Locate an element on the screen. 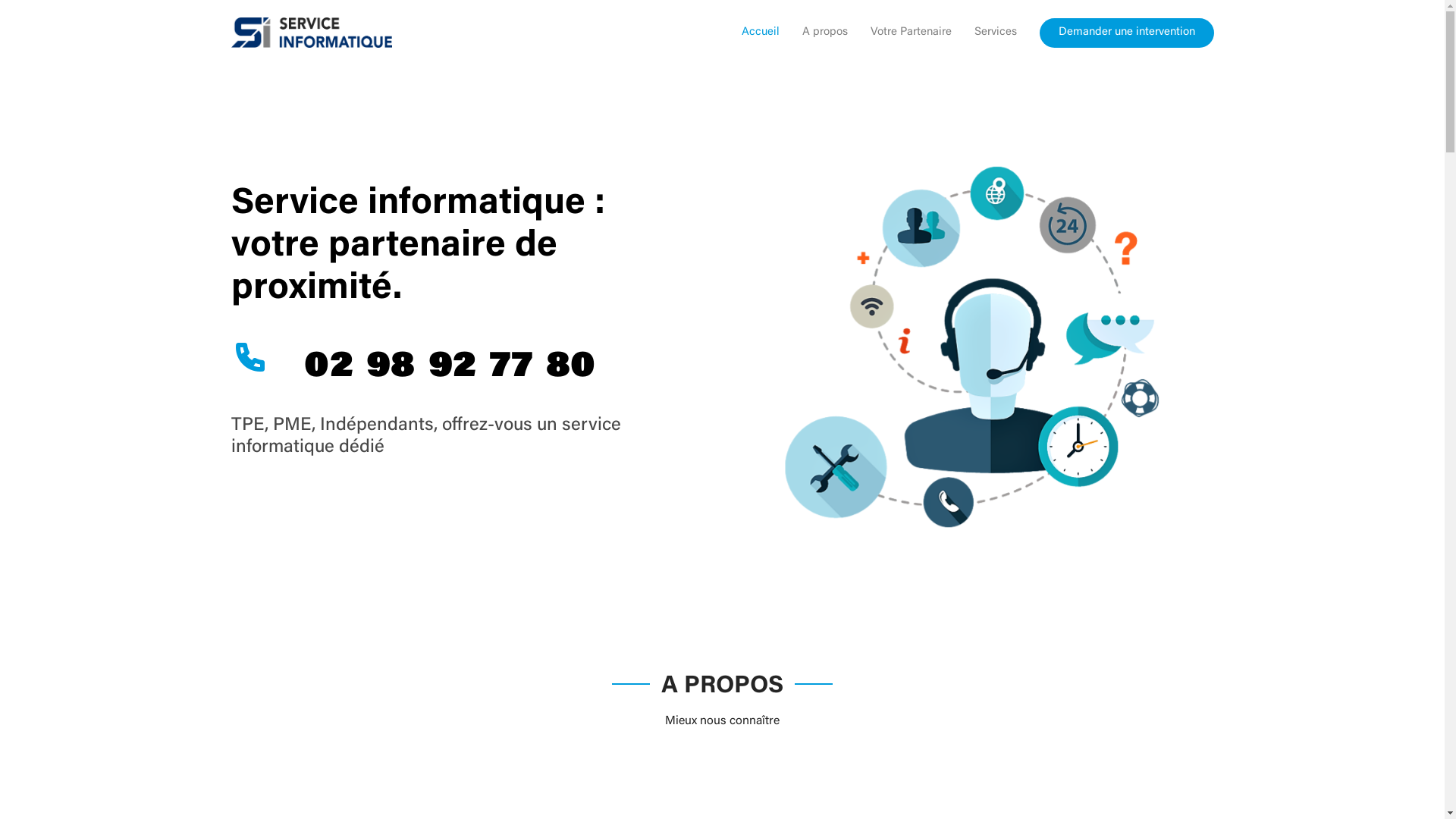  'A propos' is located at coordinates (813, 33).